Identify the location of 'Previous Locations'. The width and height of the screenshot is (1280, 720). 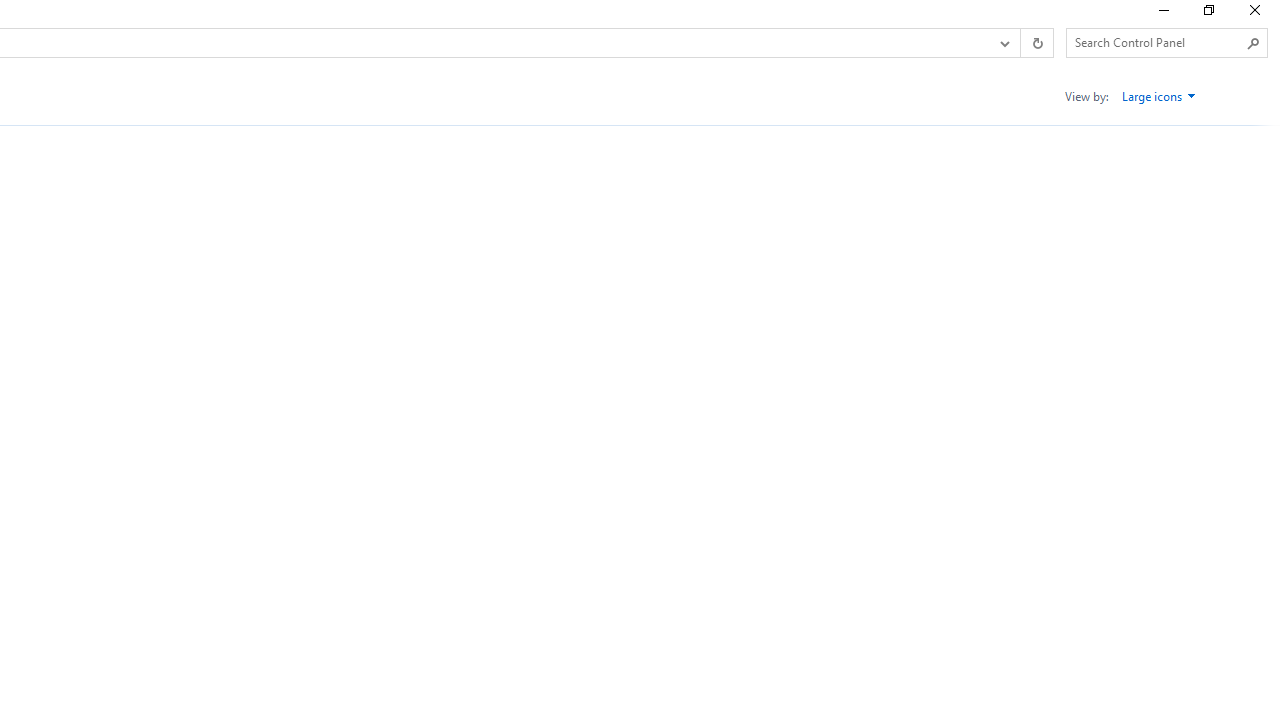
(1003, 43).